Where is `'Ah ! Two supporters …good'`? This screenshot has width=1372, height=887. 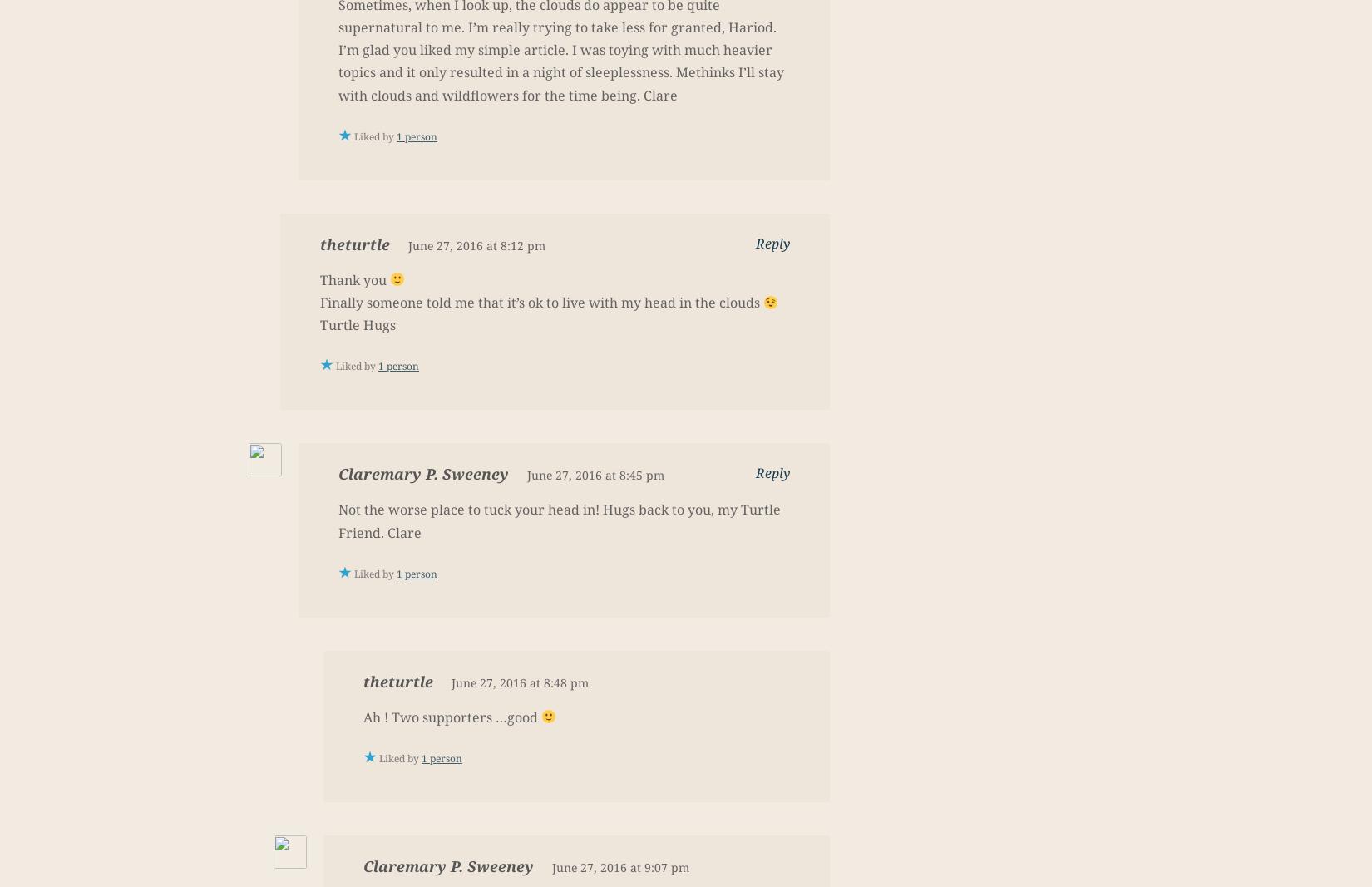 'Ah ! Two supporters …good' is located at coordinates (452, 716).